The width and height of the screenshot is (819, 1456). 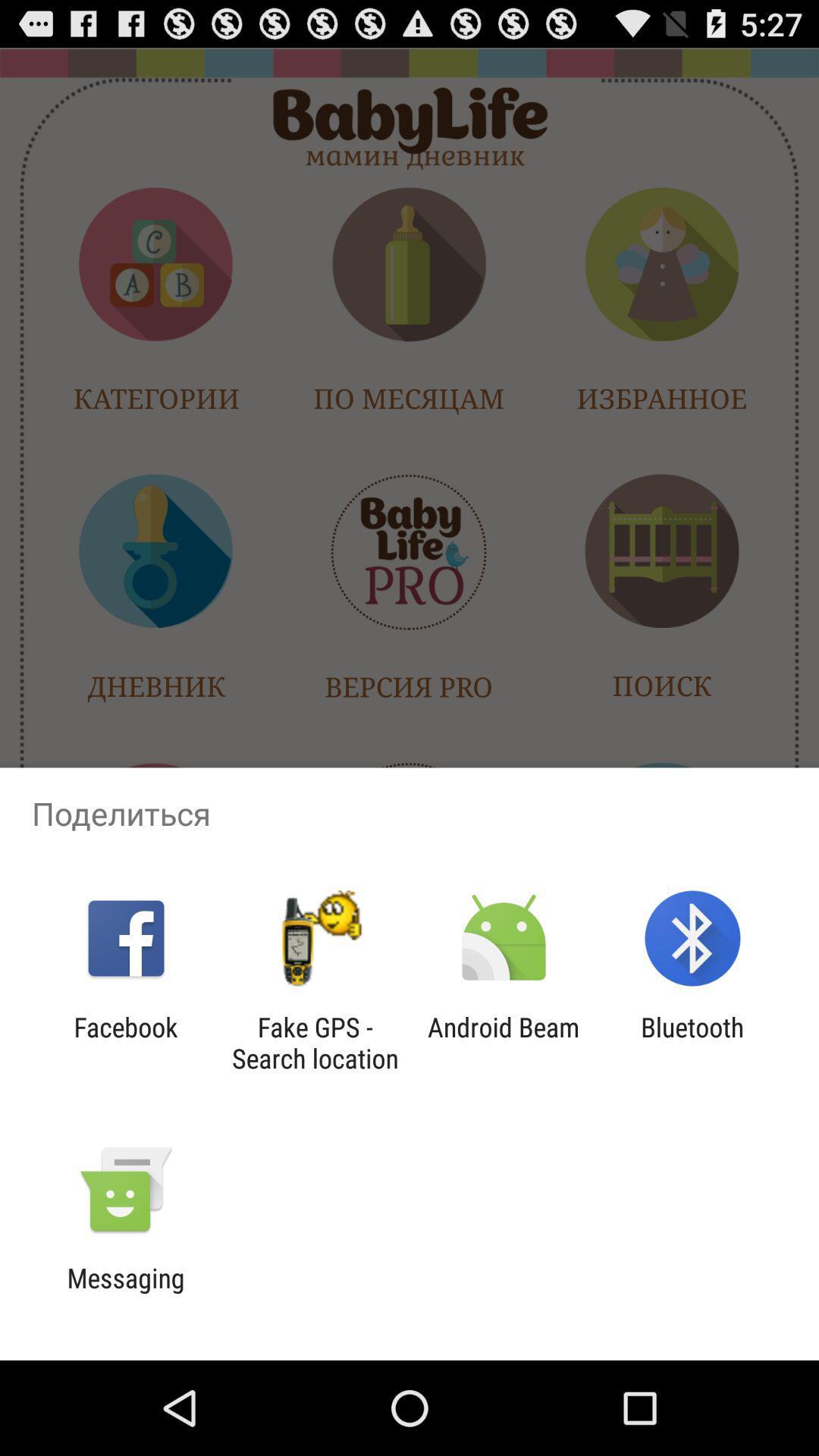 What do you see at coordinates (504, 1042) in the screenshot?
I see `the android beam app` at bounding box center [504, 1042].